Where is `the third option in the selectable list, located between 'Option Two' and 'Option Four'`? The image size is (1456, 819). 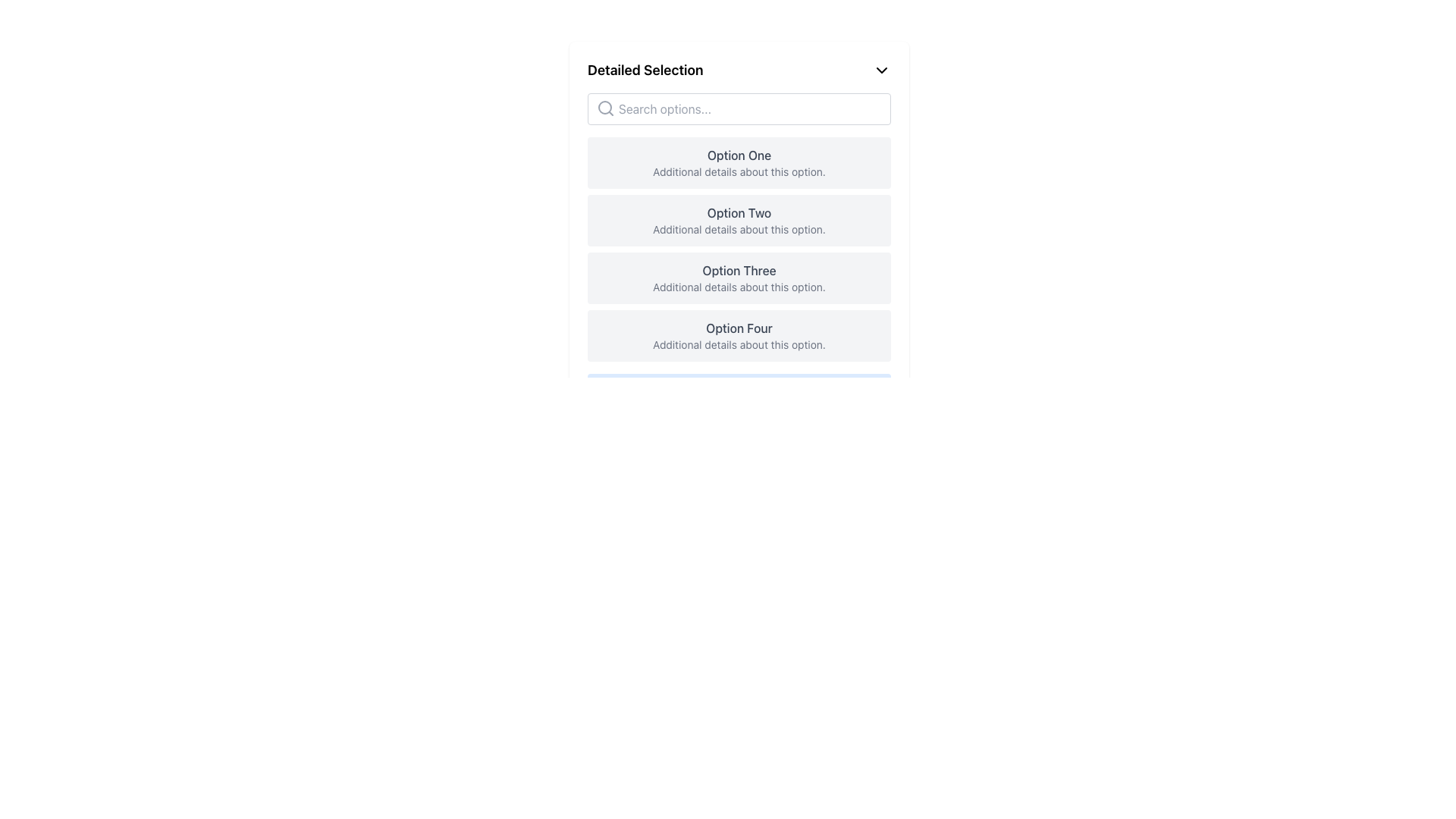
the third option in the selectable list, located between 'Option Two' and 'Option Four' is located at coordinates (739, 278).